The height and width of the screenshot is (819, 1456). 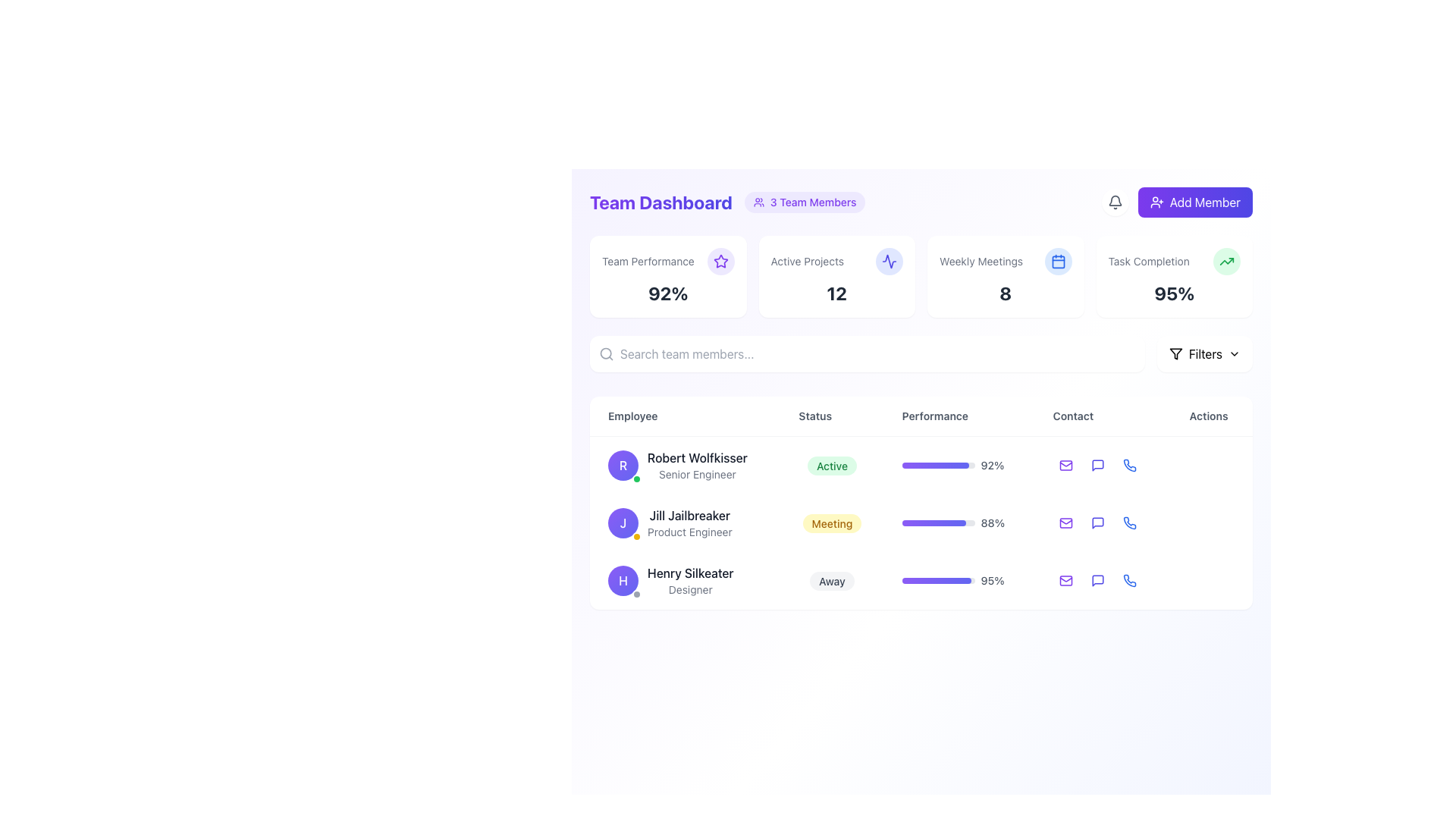 What do you see at coordinates (1097, 522) in the screenshot?
I see `the small speech bubble icon button in the 'Actions' column for user 'Jill Jailbreaker'` at bounding box center [1097, 522].